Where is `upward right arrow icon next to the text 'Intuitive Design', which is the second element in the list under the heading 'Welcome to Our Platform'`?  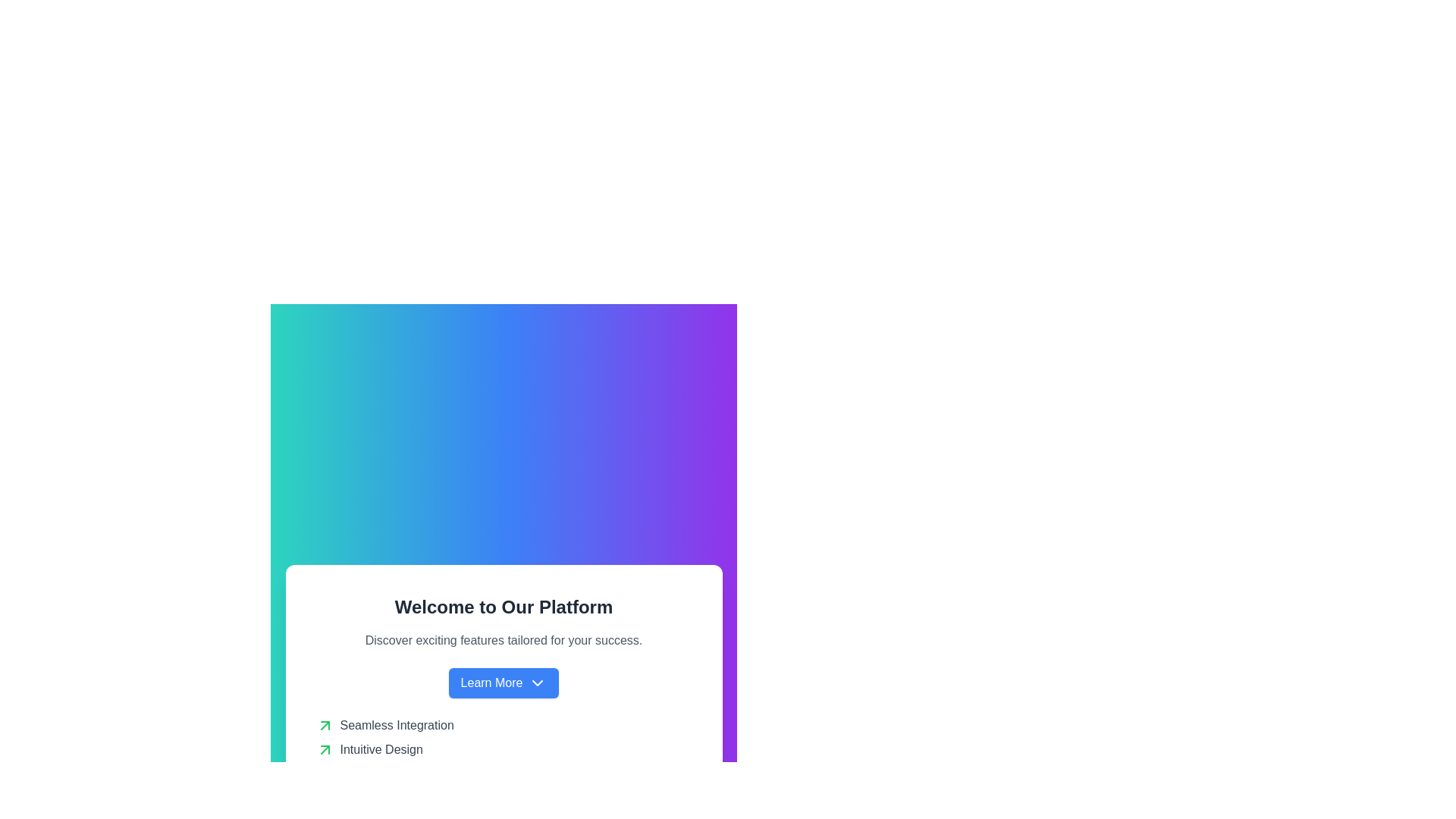 upward right arrow icon next to the text 'Intuitive Design', which is the second element in the list under the heading 'Welcome to Our Platform' is located at coordinates (504, 748).